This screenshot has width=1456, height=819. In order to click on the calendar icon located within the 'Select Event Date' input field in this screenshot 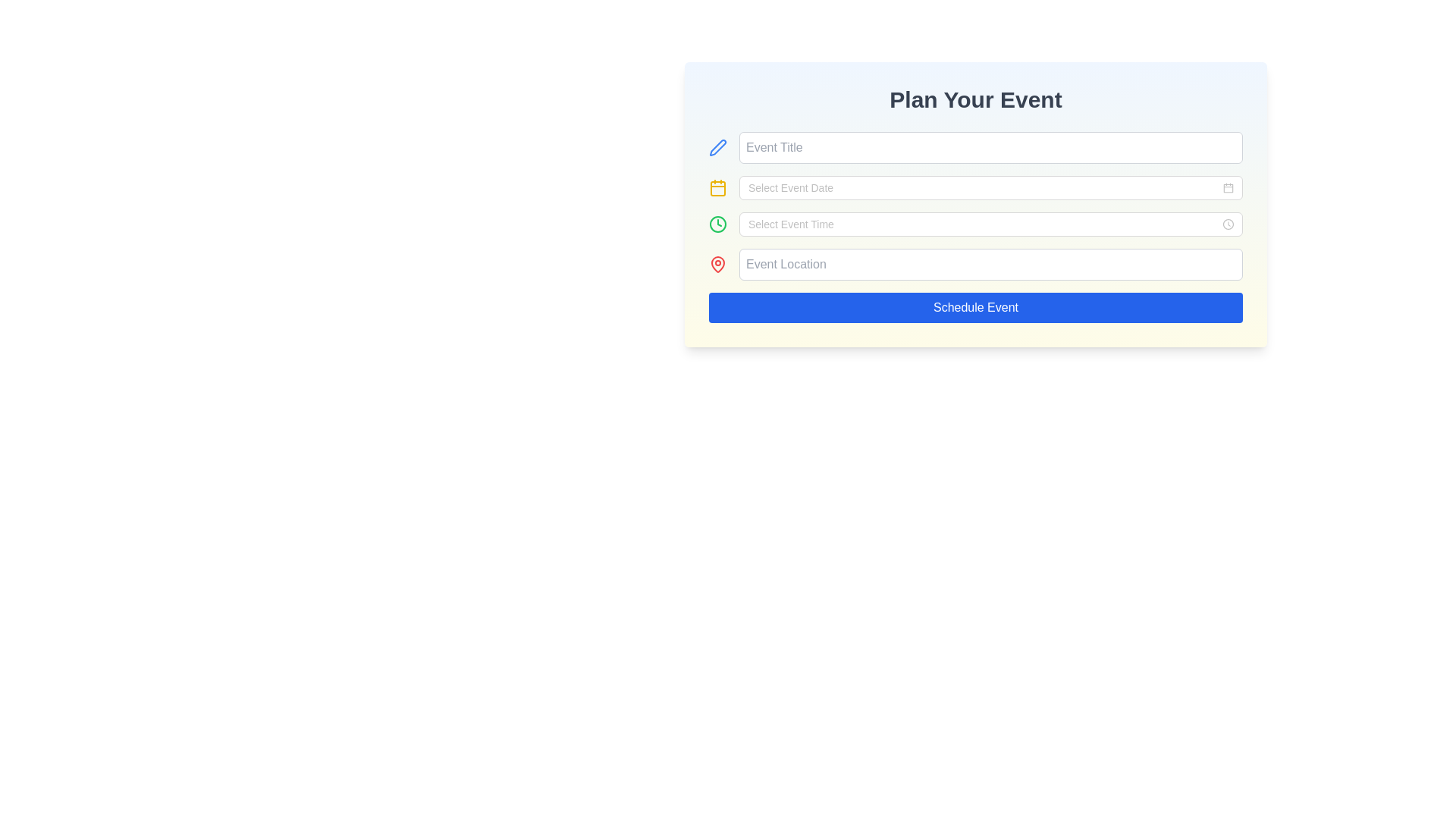, I will do `click(1228, 187)`.